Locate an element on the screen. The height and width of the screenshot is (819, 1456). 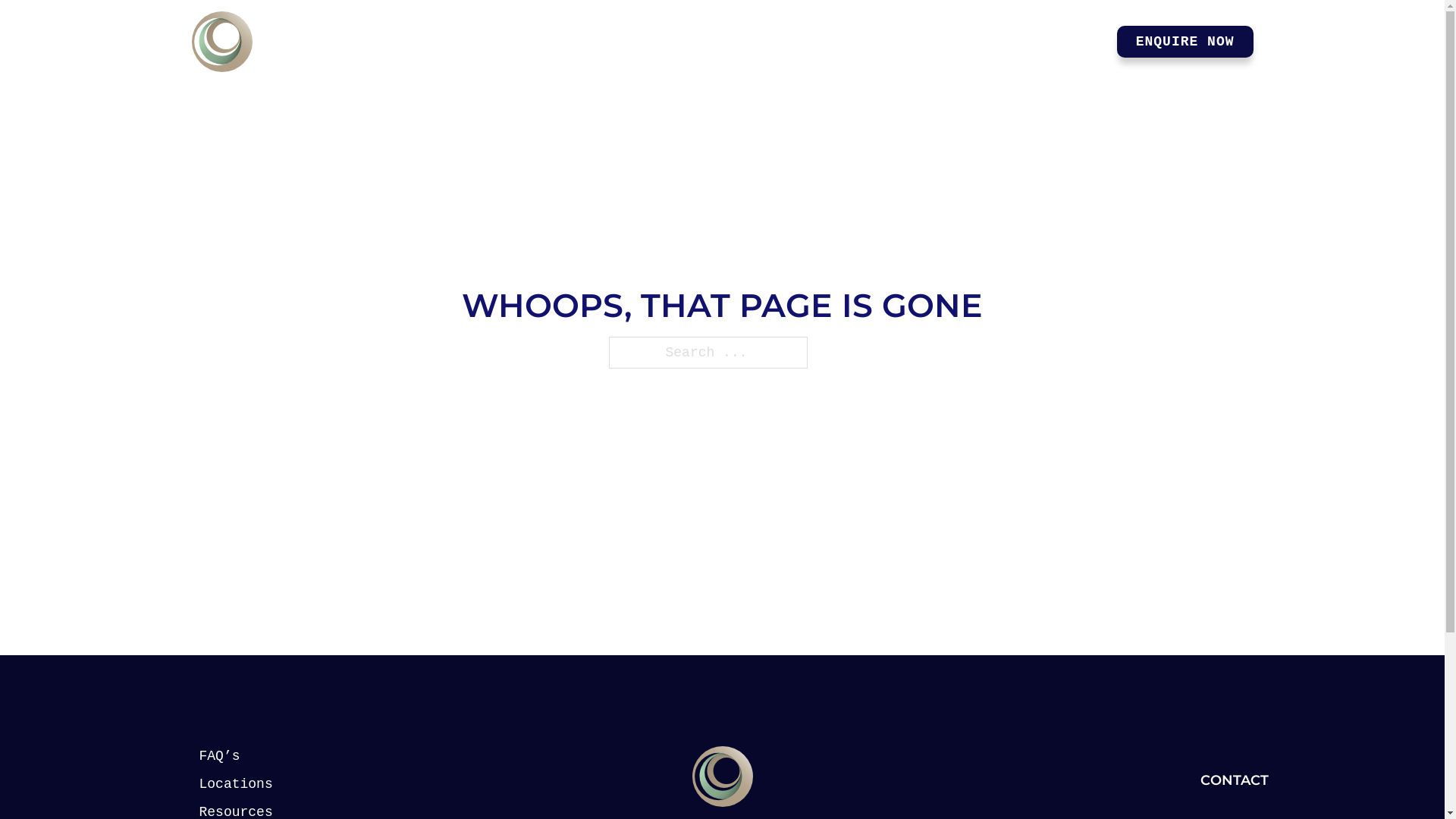
'PORTFOLIO' is located at coordinates (927, 41).